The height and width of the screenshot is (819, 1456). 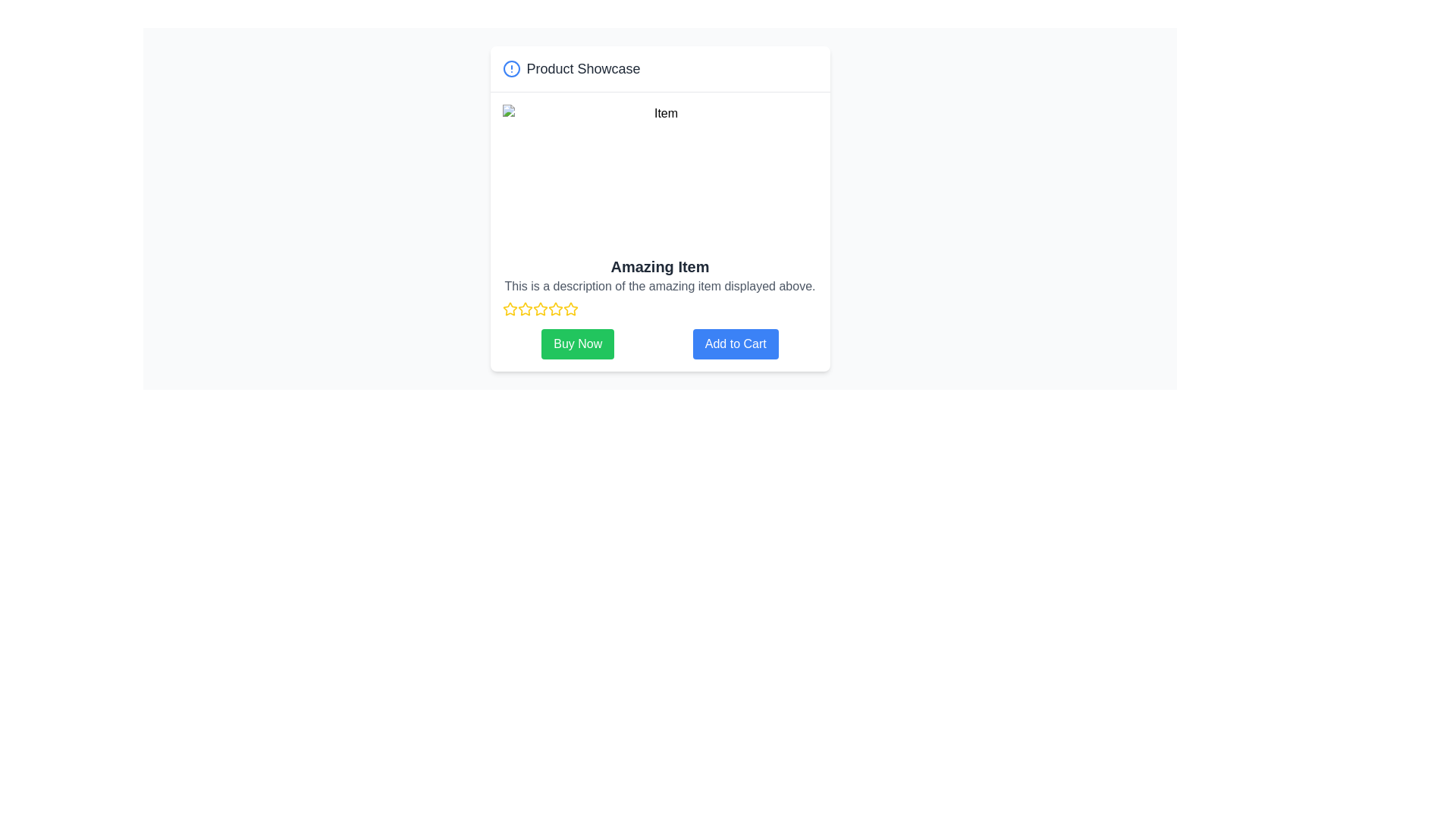 I want to click on the first star icon in the rating row, which is styled with a yellow outline and hollow center, located below the item description, so click(x=510, y=308).